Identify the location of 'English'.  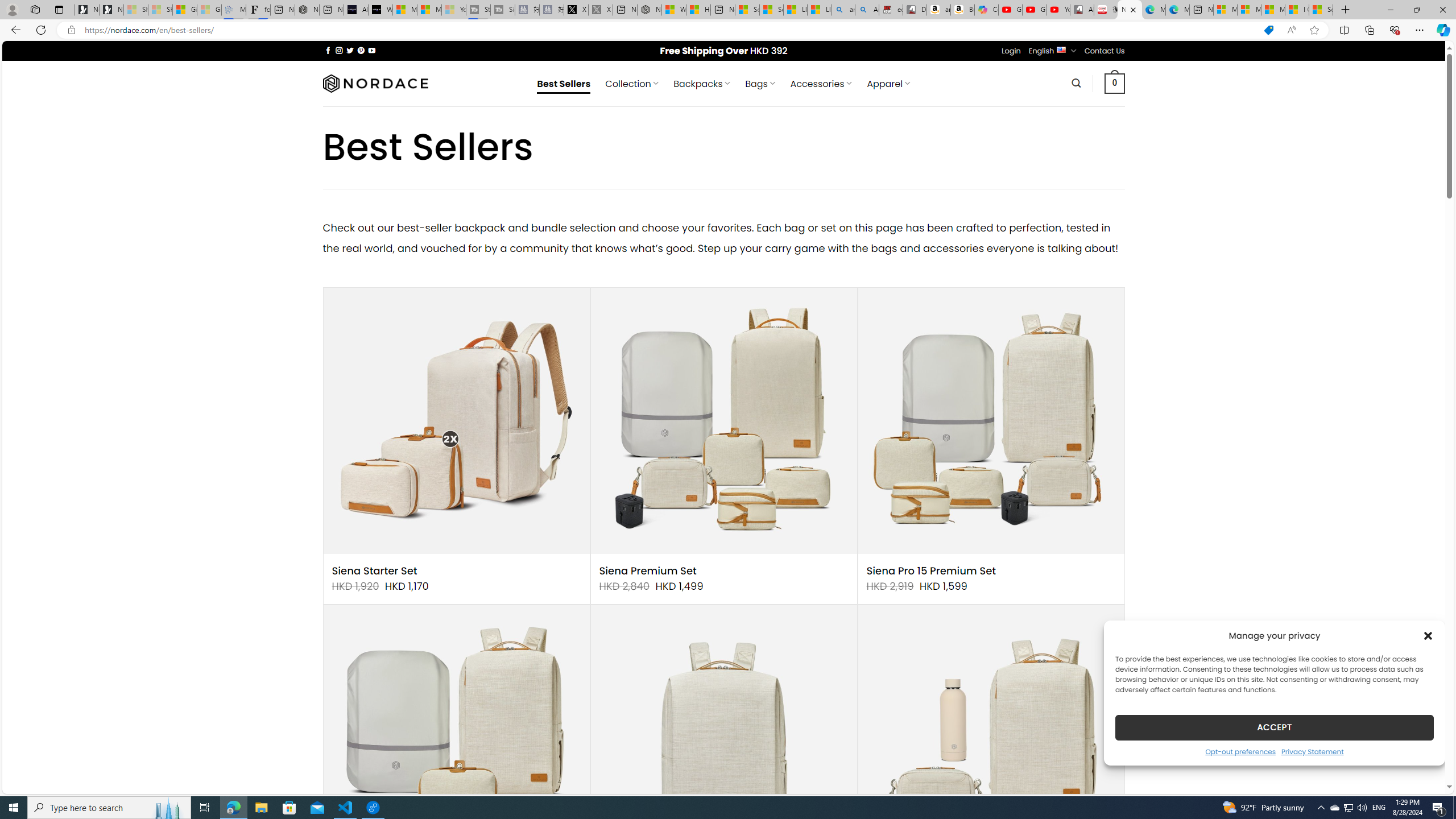
(1061, 49).